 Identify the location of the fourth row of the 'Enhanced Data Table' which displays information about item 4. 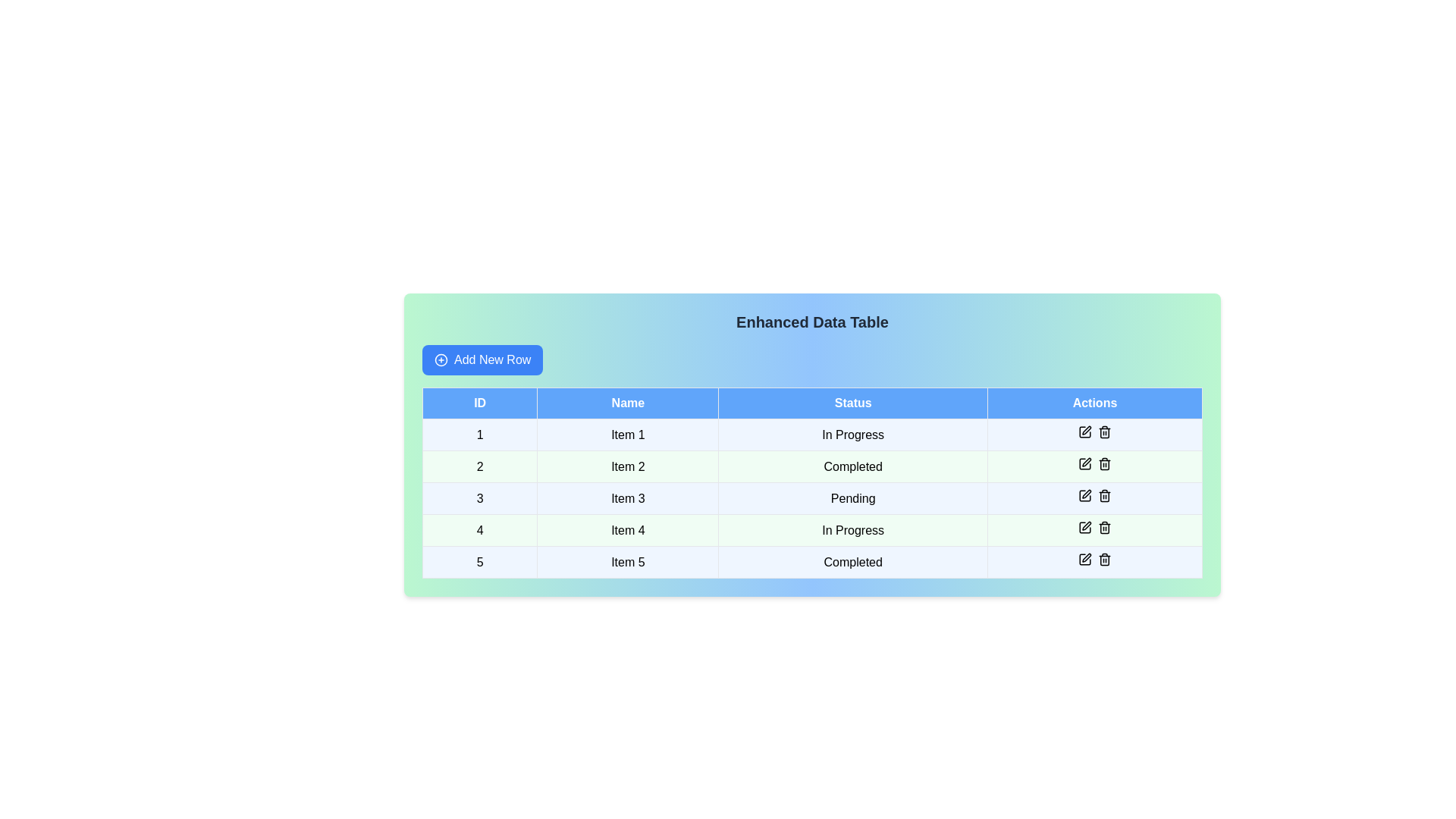
(811, 529).